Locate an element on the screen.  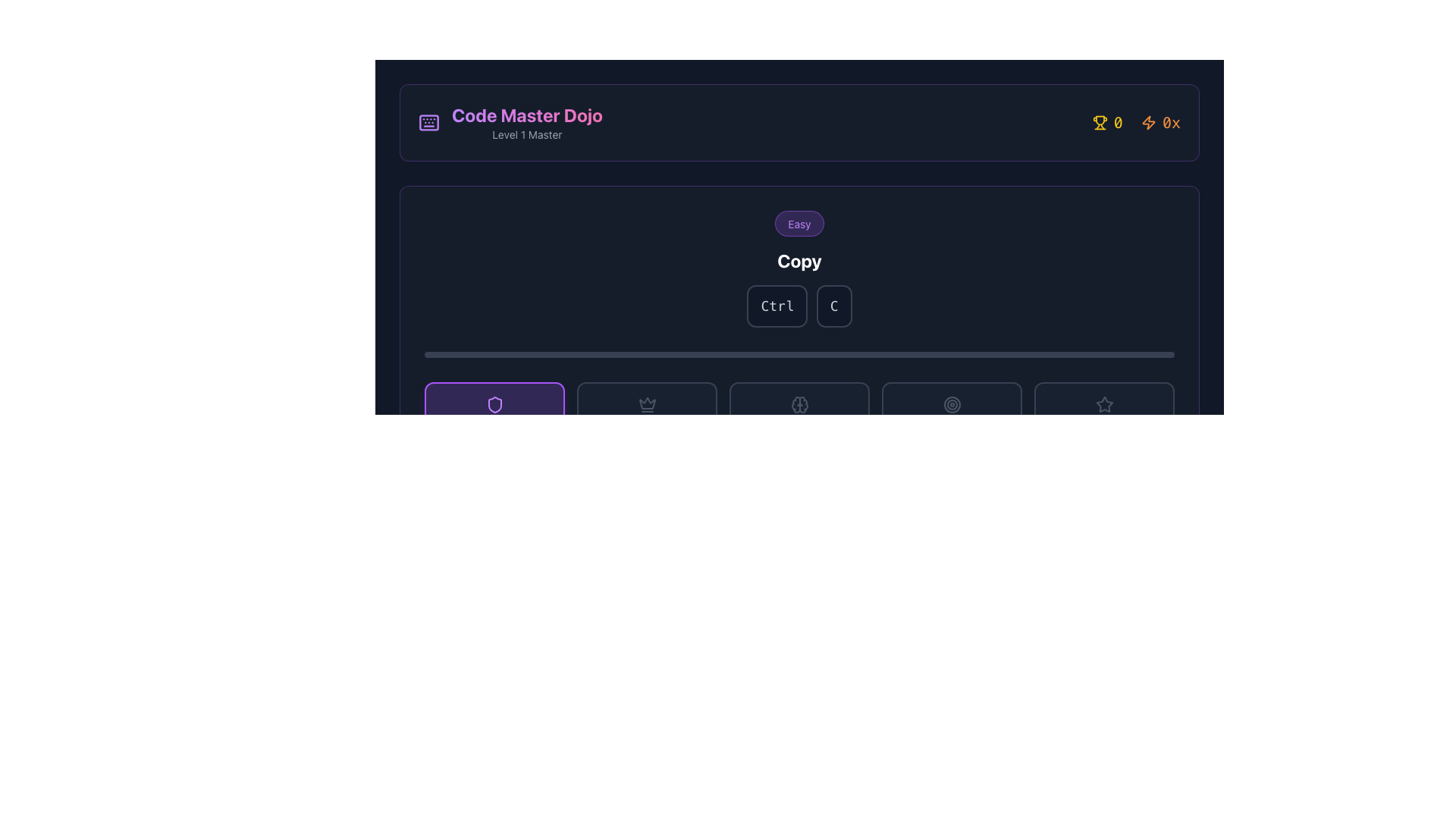
heading text element that displays 'Code Master Dojo', which is large, bold, and colorful with a gradient from purple to pink is located at coordinates (527, 114).